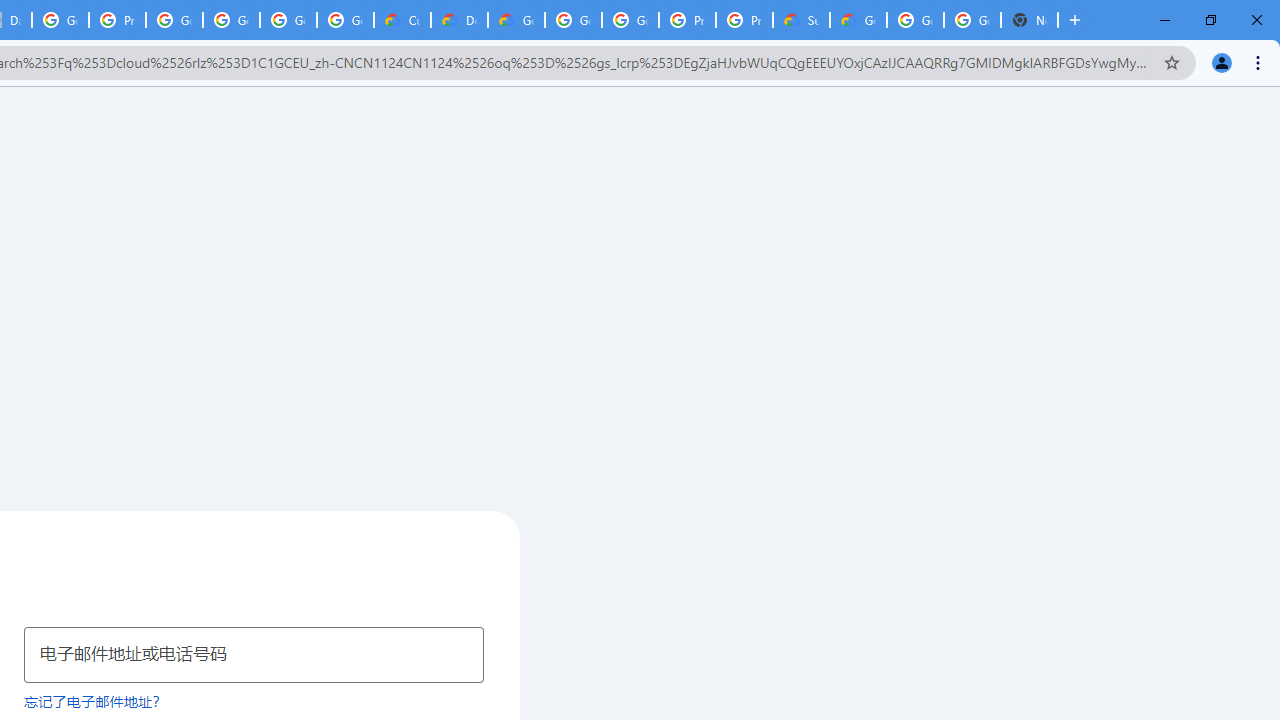  I want to click on 'Google Cloud Platform', so click(972, 20).